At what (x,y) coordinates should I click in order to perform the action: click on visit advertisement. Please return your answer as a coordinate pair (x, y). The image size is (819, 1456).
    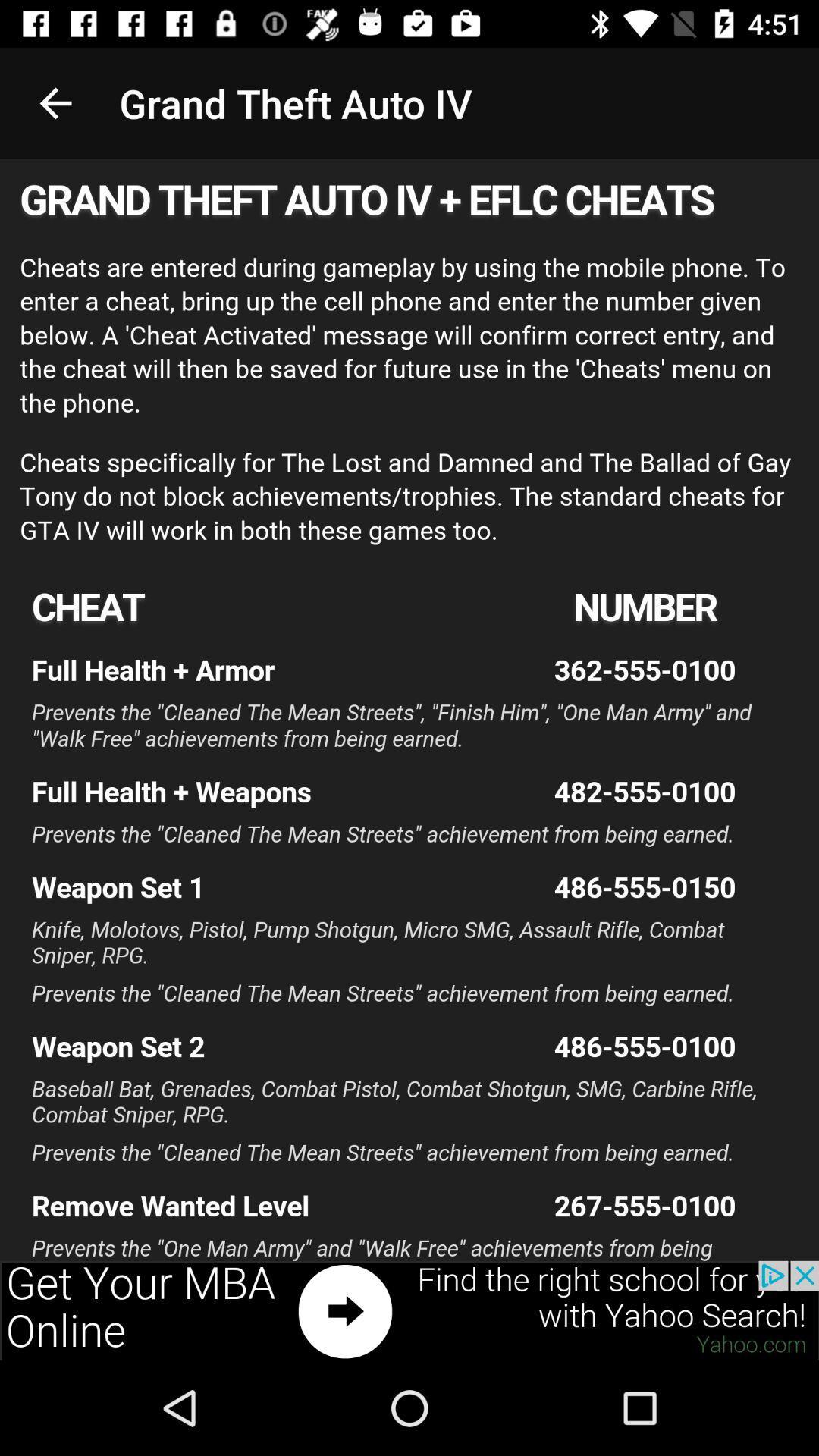
    Looking at the image, I should click on (409, 1310).